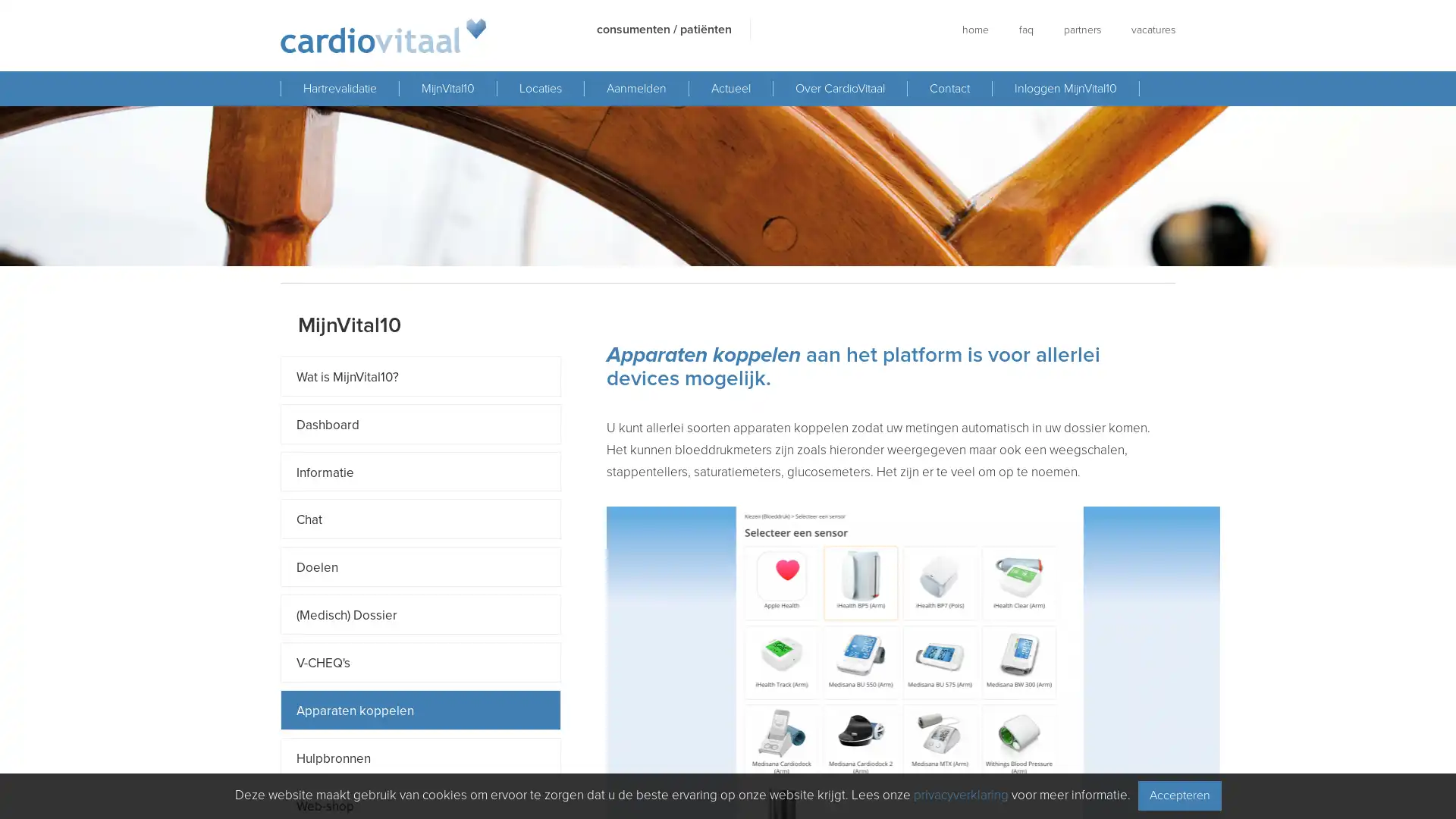 The height and width of the screenshot is (819, 1456). Describe the element at coordinates (1178, 795) in the screenshot. I see `Accepteren` at that location.